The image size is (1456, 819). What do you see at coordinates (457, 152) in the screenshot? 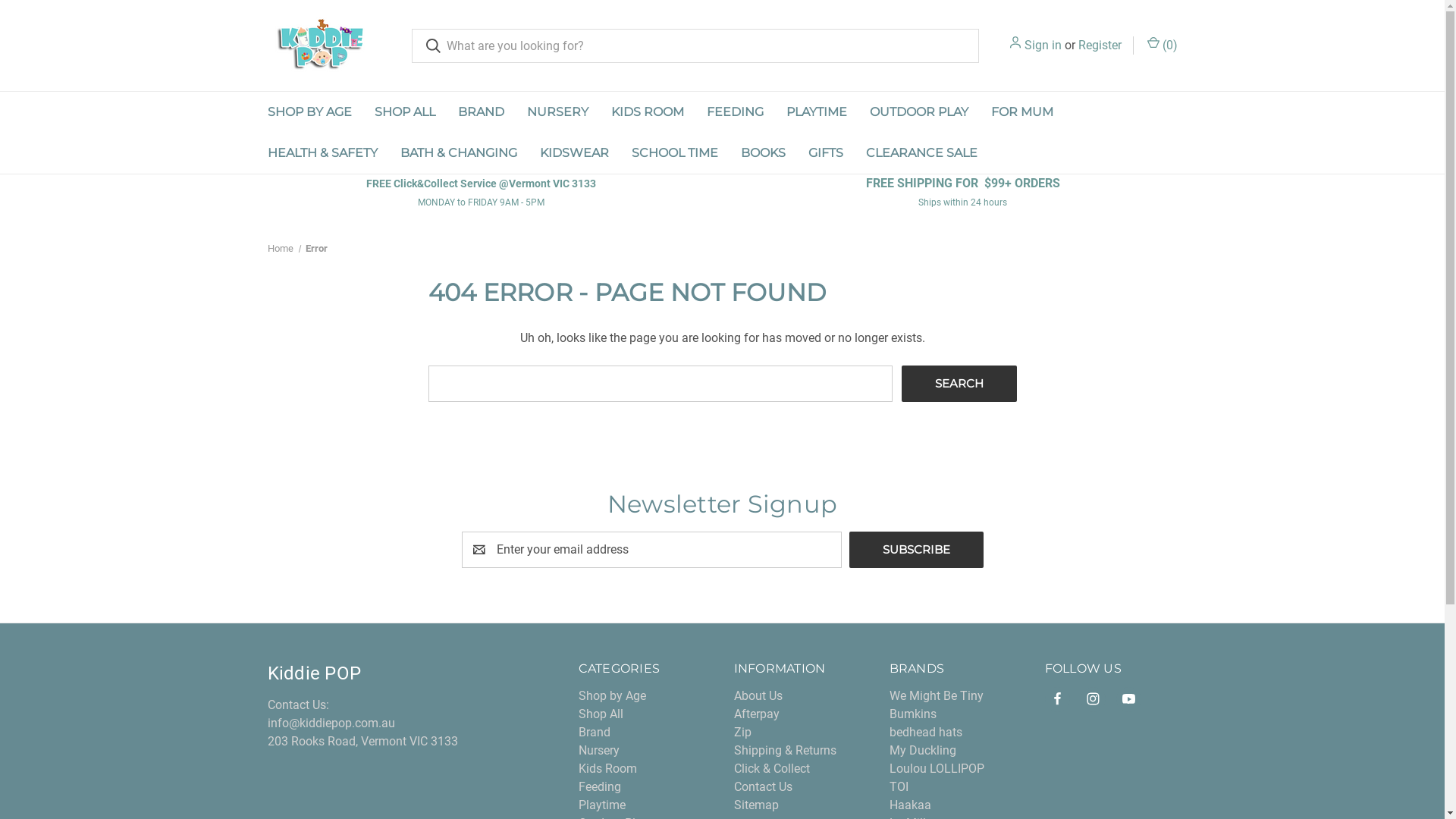
I see `'BATH & CHANGING'` at bounding box center [457, 152].